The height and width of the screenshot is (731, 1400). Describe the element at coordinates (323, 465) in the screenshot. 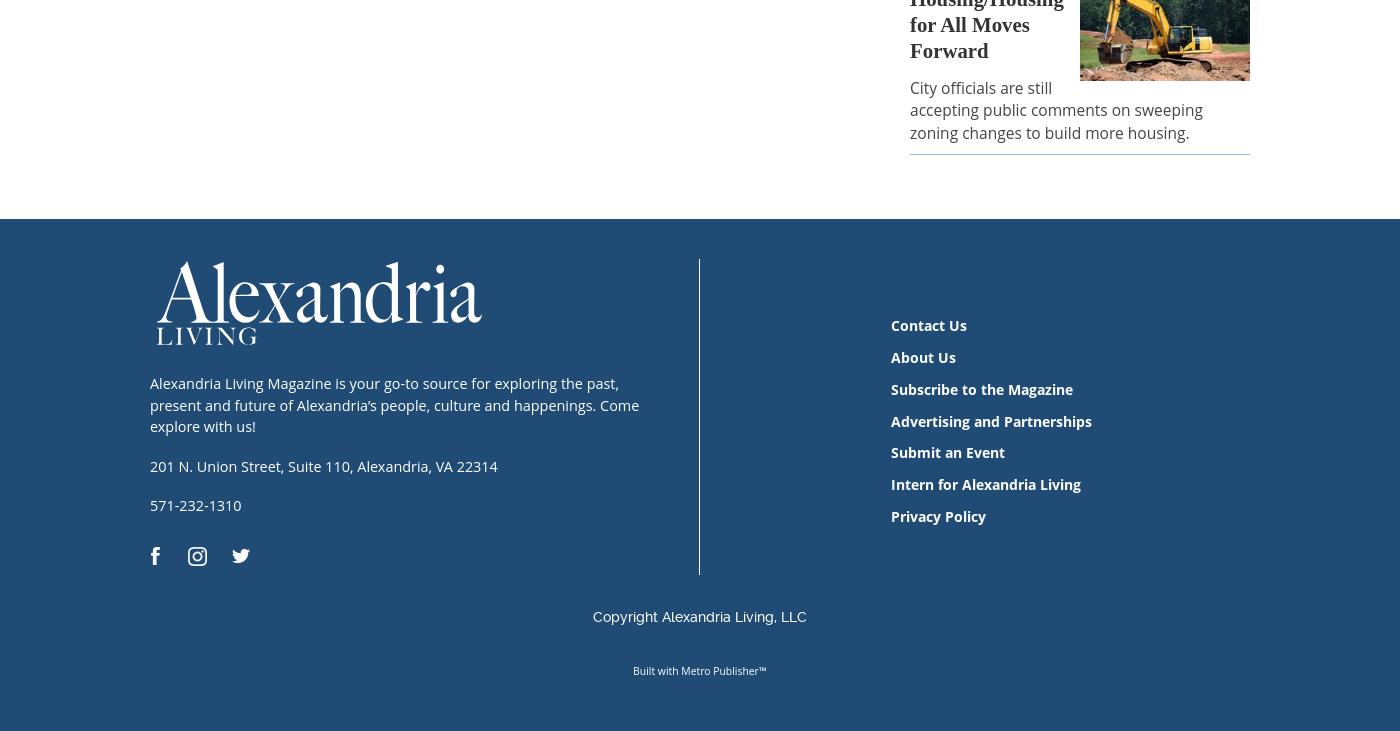

I see `'201 N. Union Street, Suite 110, Alexandria, VA 22314'` at that location.